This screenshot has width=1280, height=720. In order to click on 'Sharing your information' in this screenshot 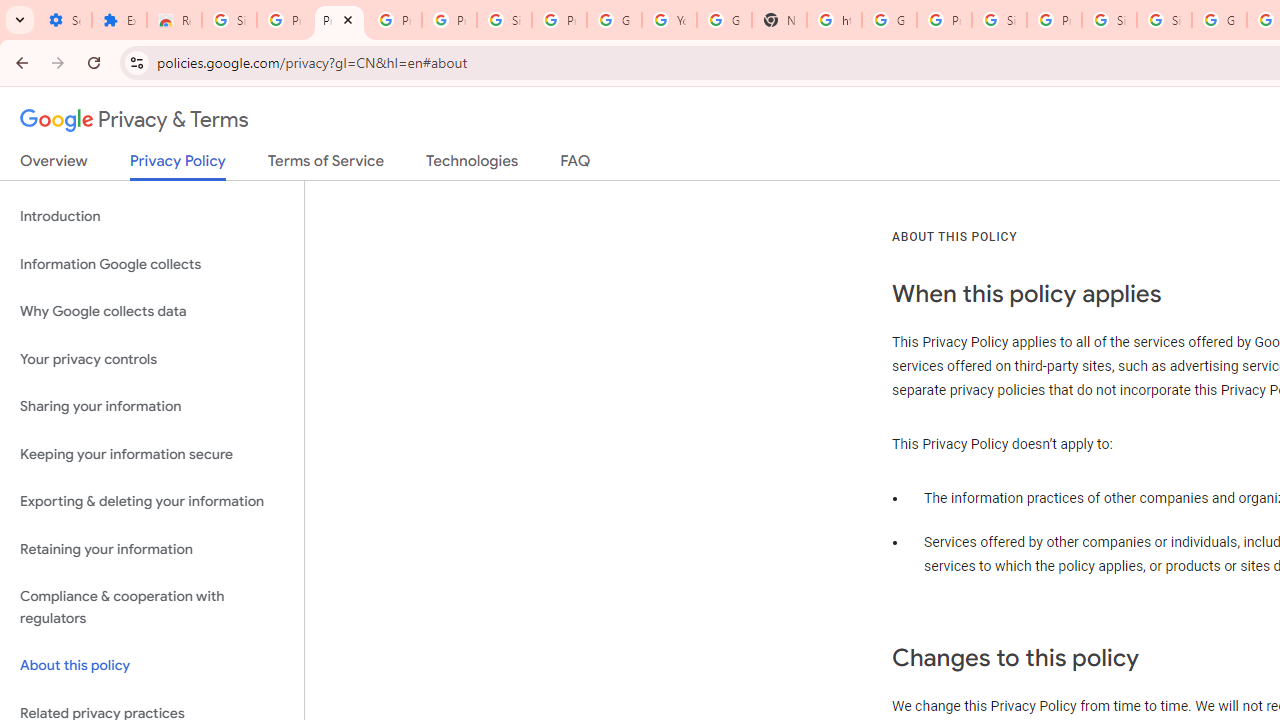, I will do `click(151, 406)`.